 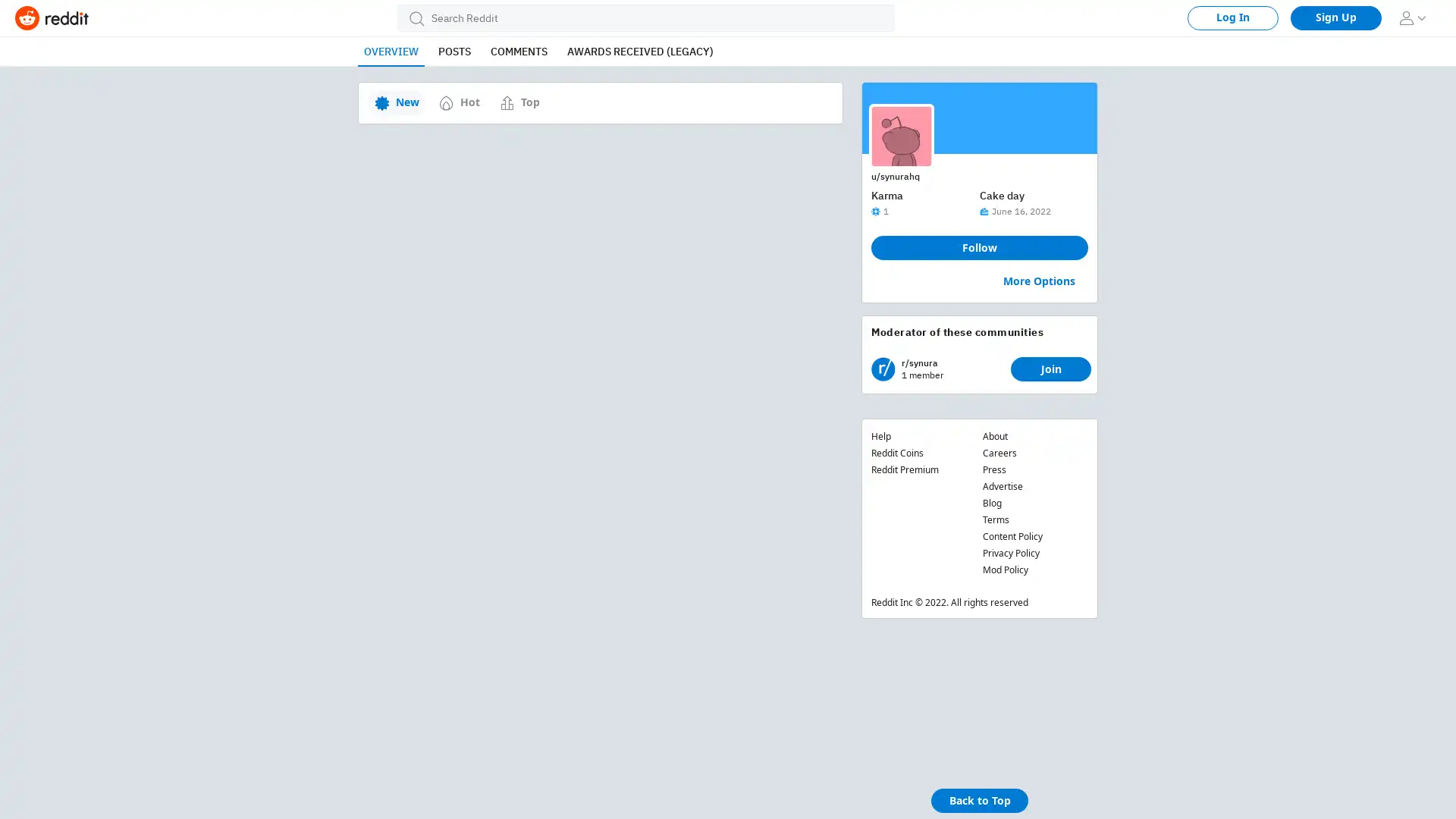 I want to click on downvote, so click(x=374, y=188).